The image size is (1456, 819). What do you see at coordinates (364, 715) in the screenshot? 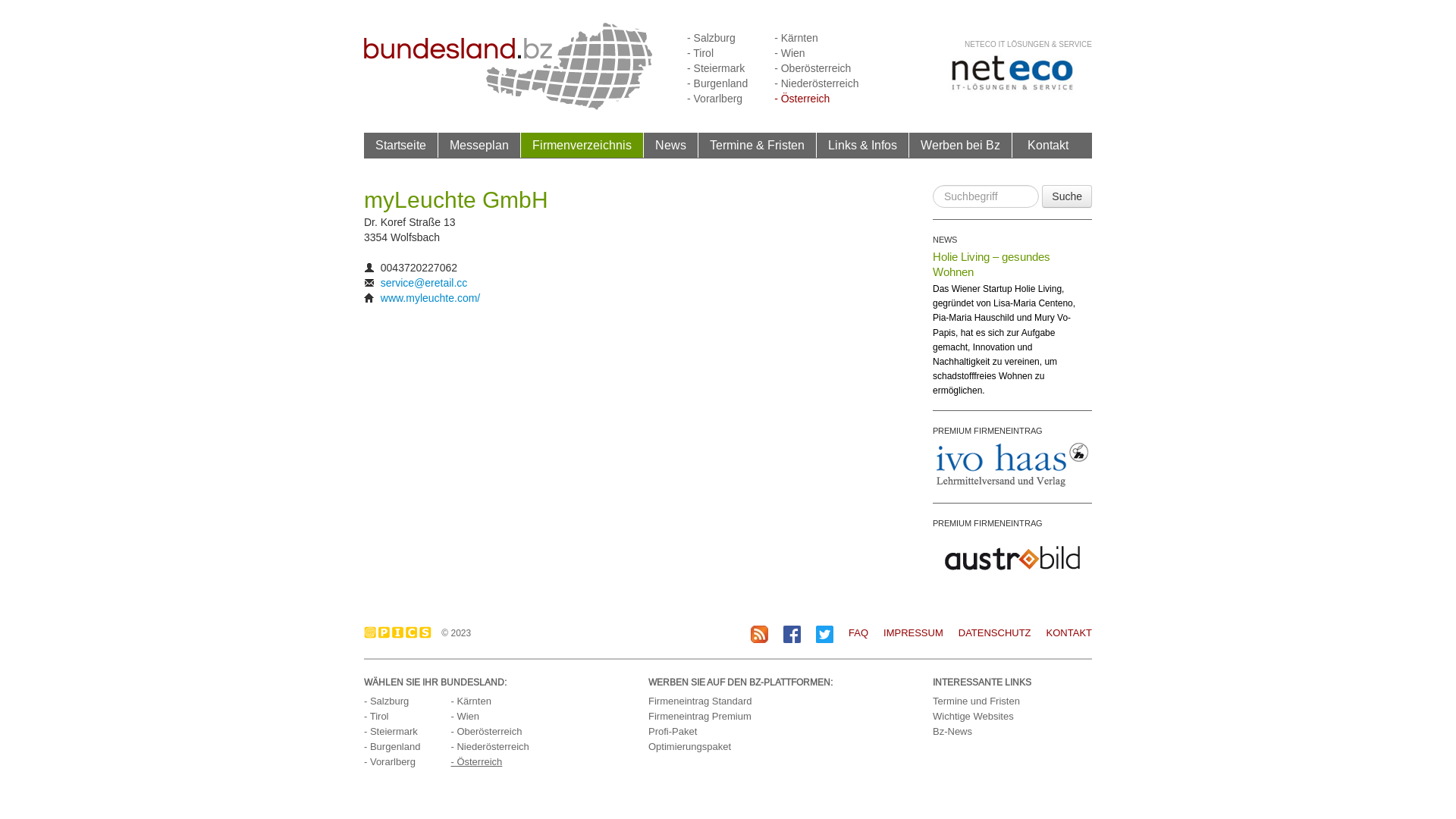
I see `'- Tirol'` at bounding box center [364, 715].